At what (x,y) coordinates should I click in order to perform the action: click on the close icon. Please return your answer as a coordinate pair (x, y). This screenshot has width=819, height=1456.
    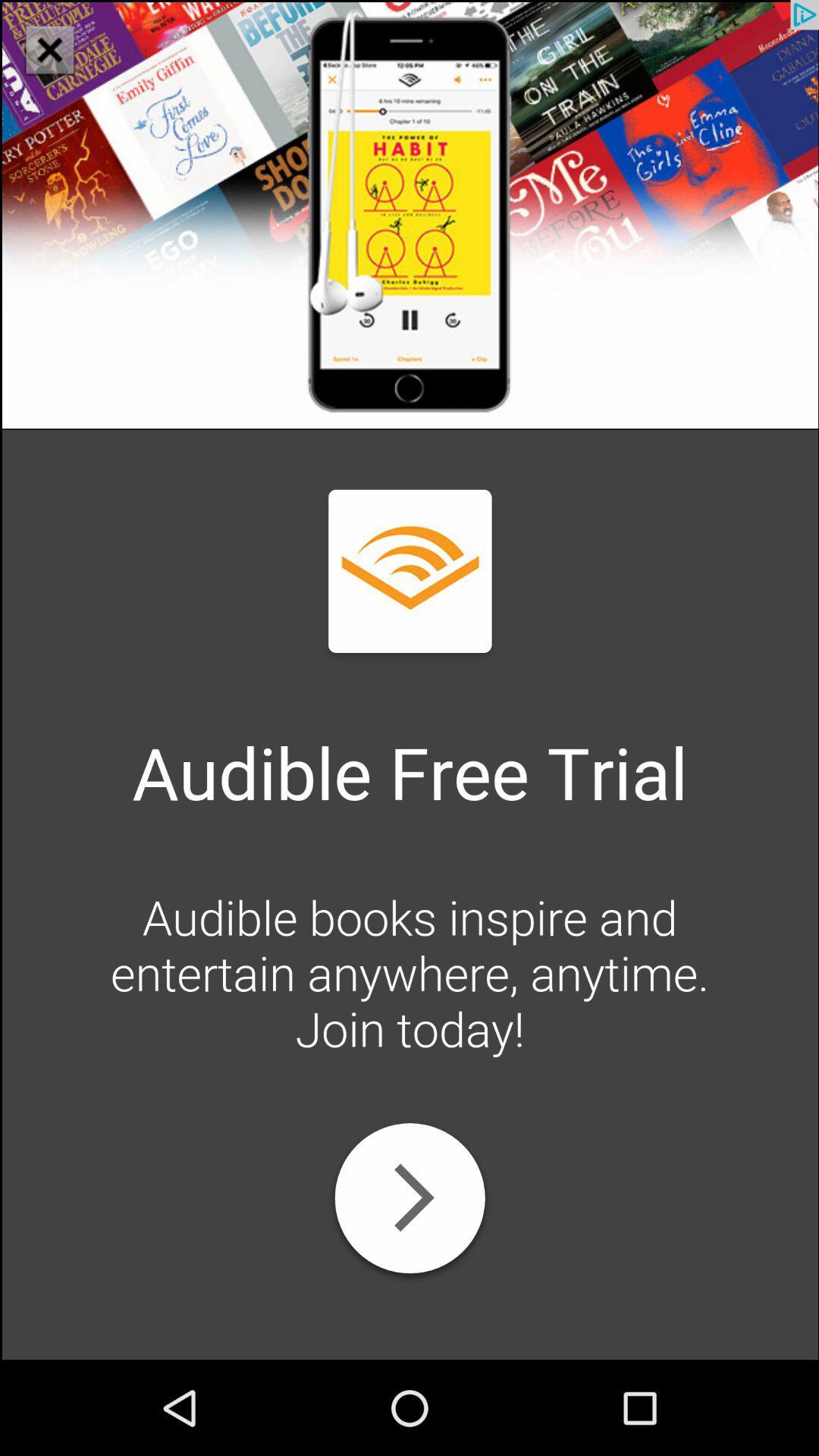
    Looking at the image, I should click on (49, 53).